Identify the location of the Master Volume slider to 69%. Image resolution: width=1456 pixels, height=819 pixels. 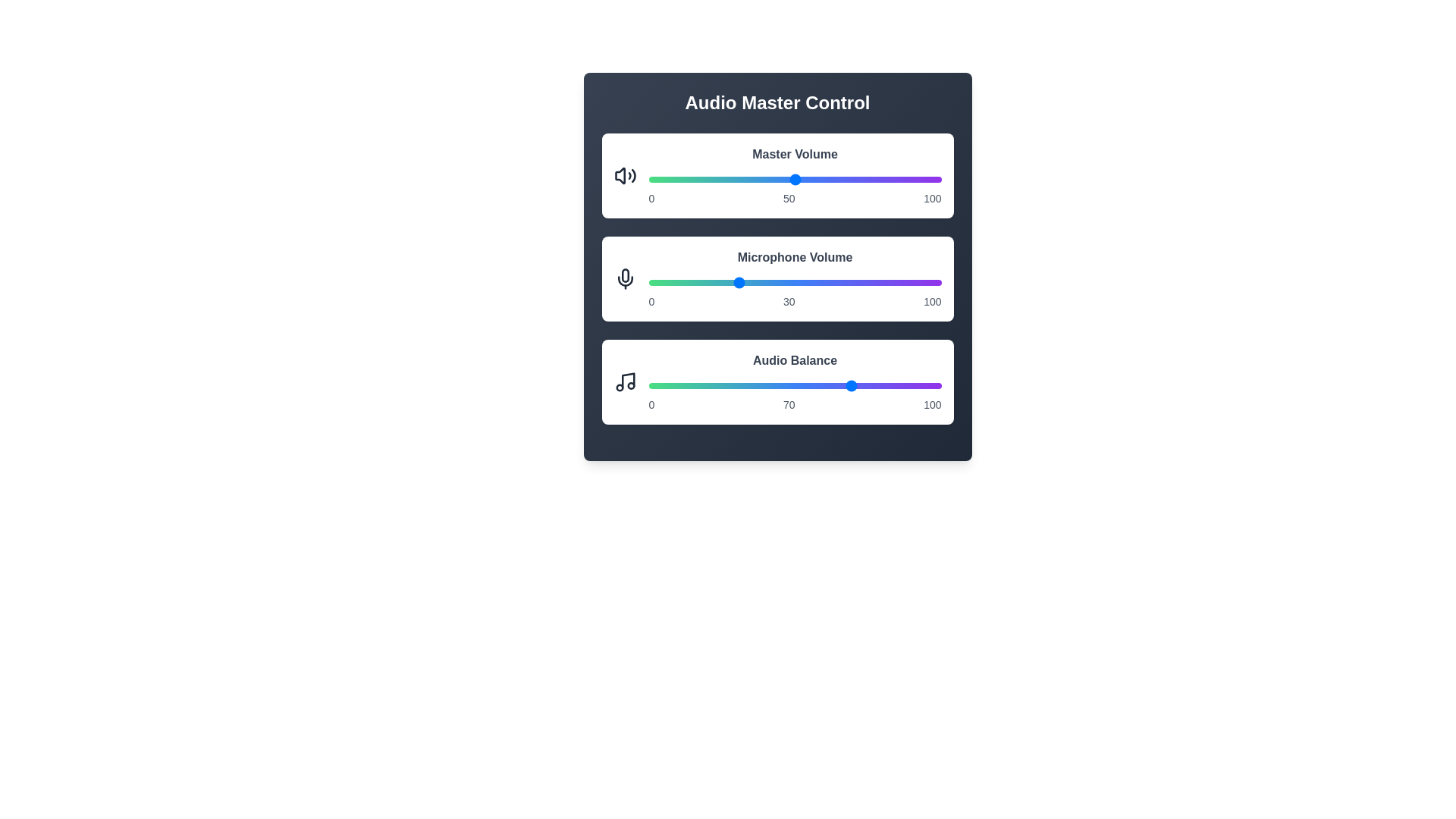
(850, 178).